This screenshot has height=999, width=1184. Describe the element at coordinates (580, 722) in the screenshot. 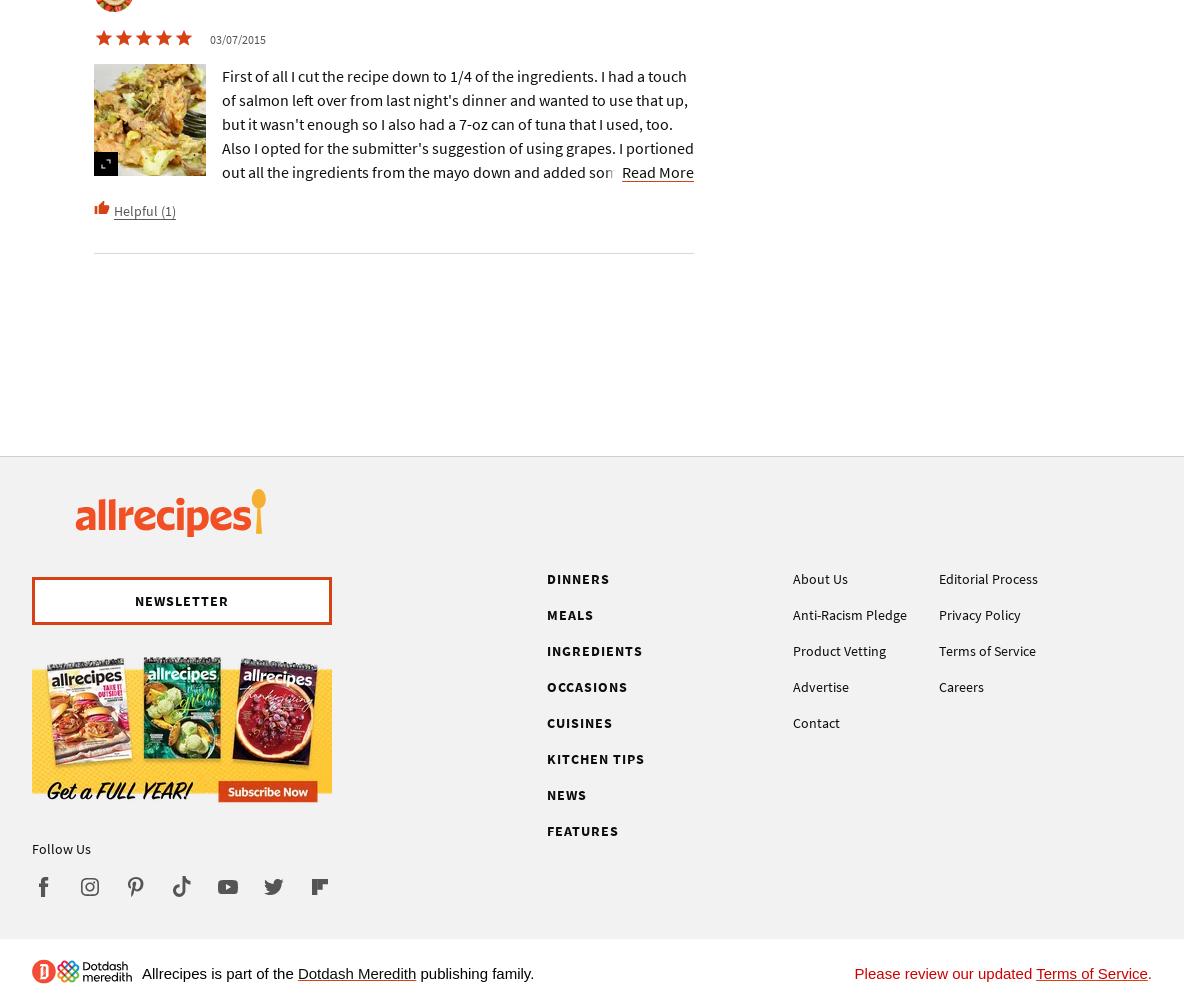

I see `'Cuisines'` at that location.